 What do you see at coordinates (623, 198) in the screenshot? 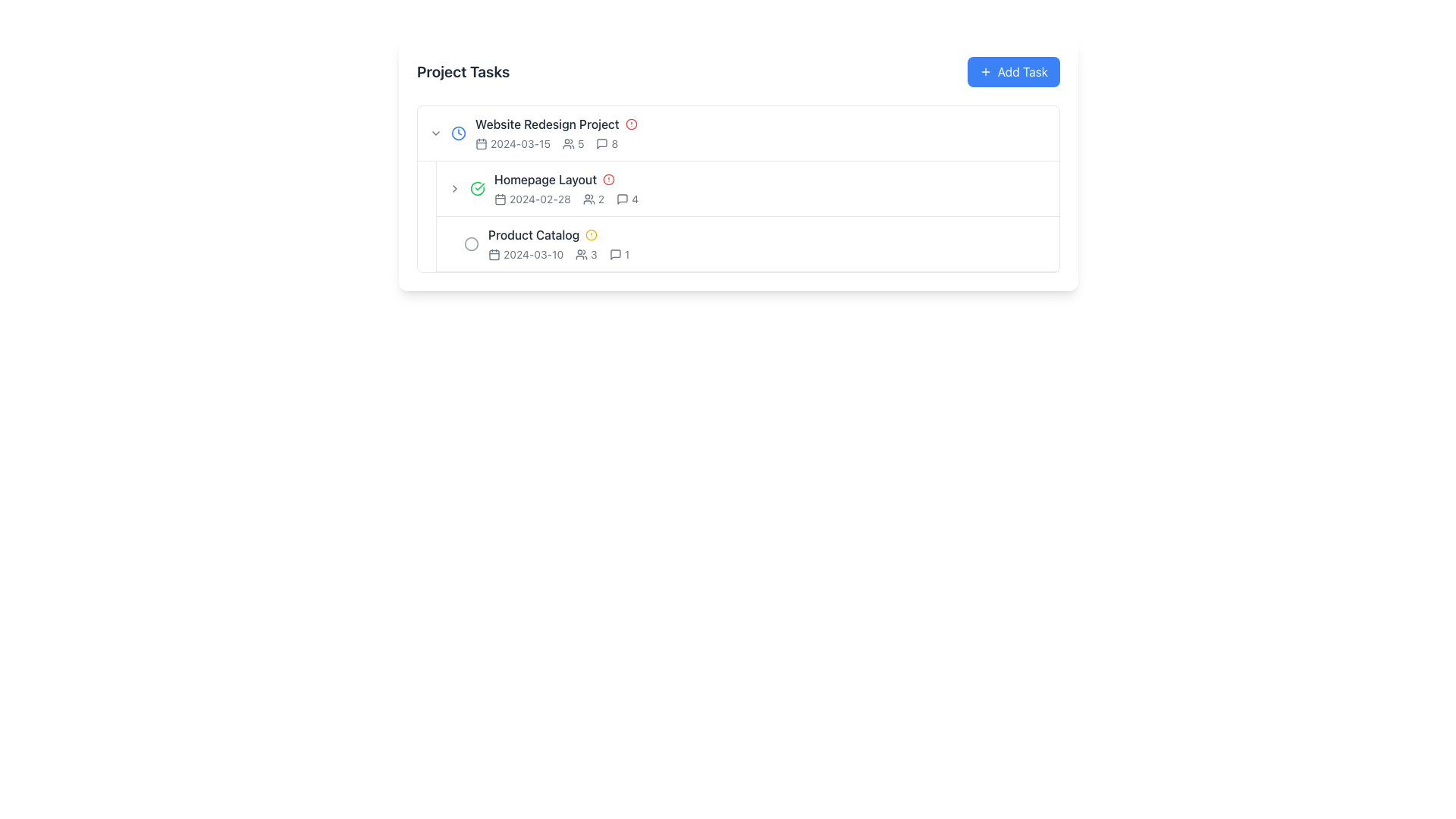
I see `the comment icon located to the immediate right of the 'Homepage Layout' row in the 'Project Tasks' section` at bounding box center [623, 198].